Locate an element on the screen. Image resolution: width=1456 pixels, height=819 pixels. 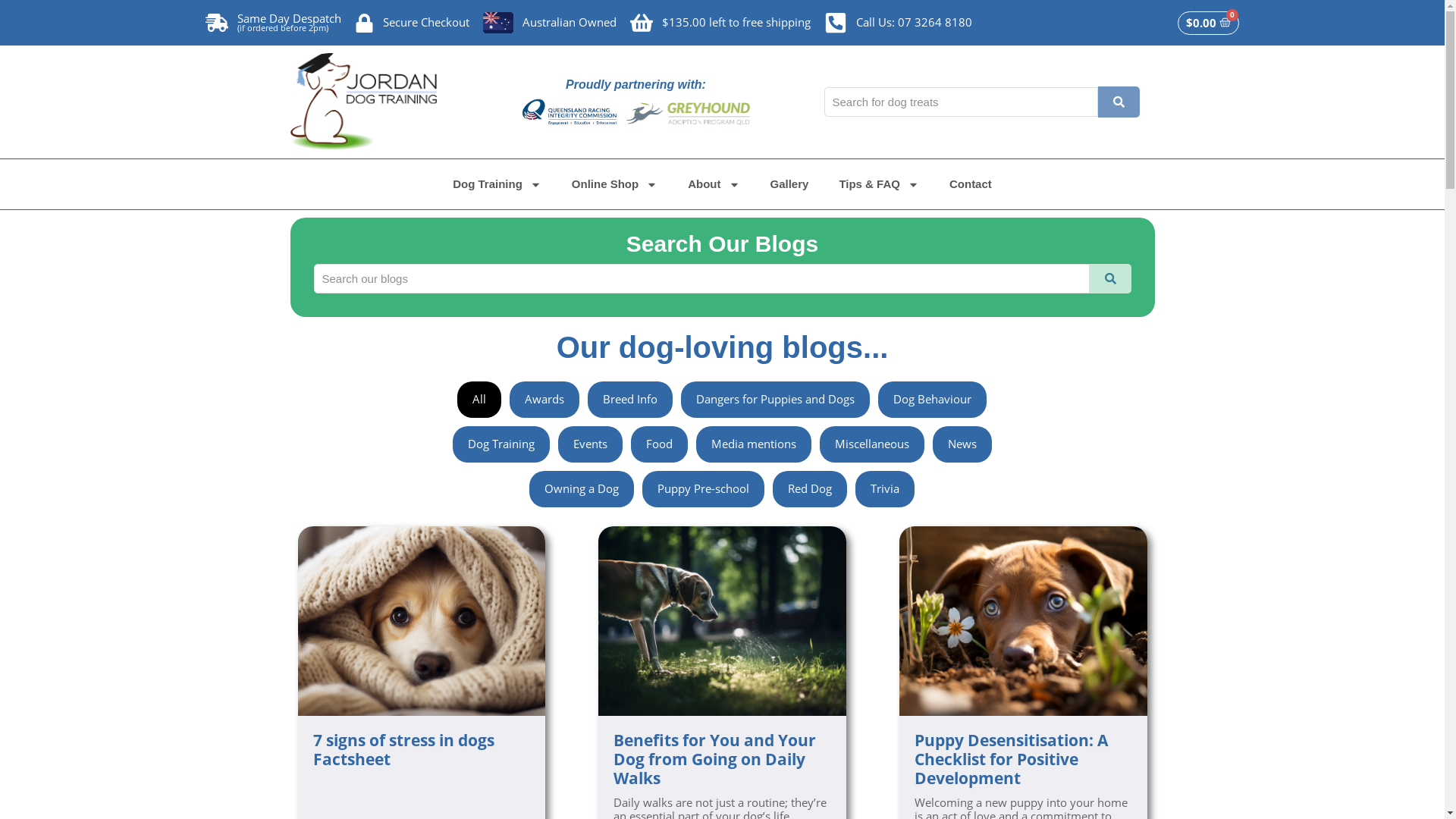
'Awards' is located at coordinates (510, 399).